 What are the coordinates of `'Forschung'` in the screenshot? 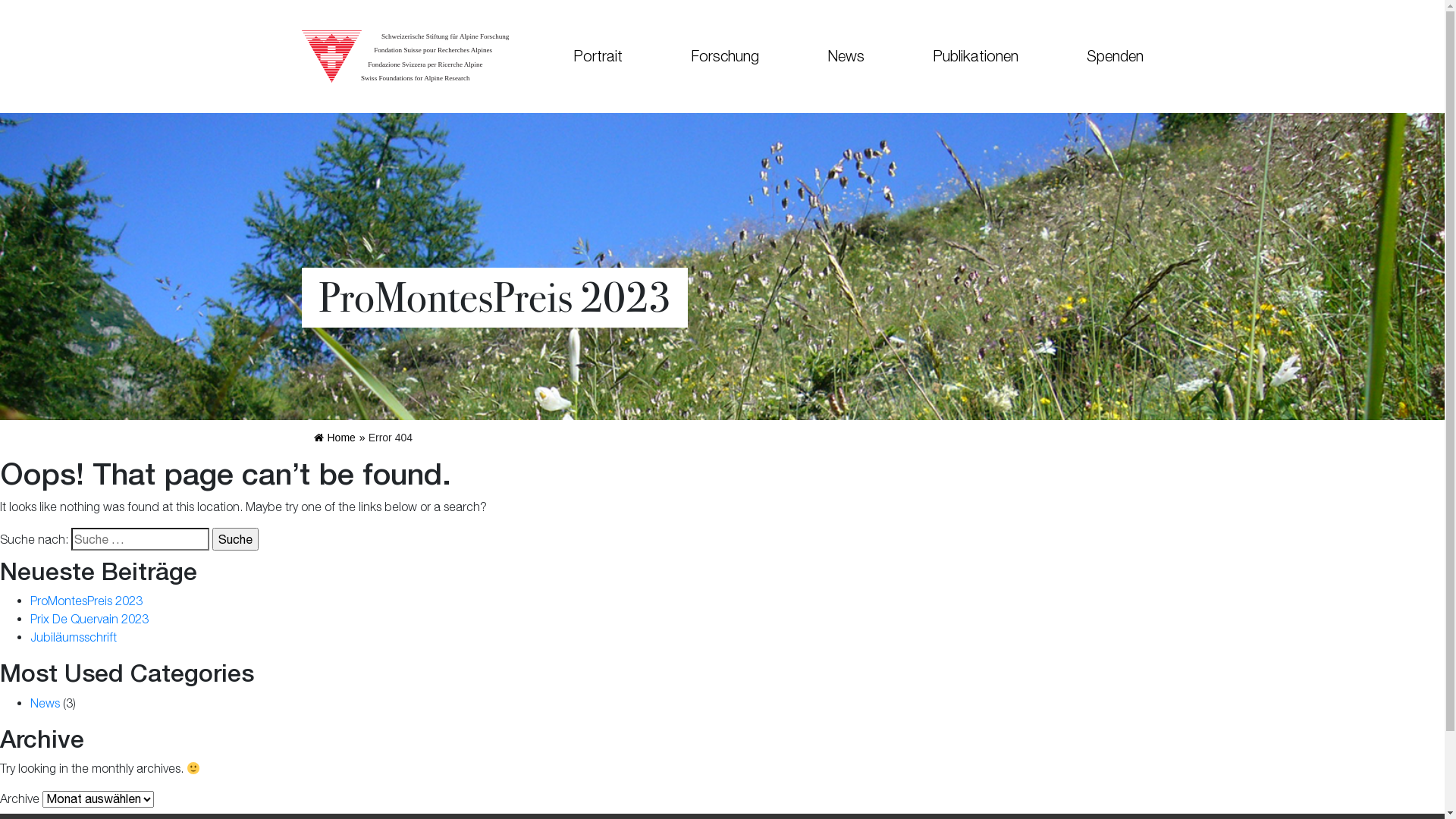 It's located at (656, 55).